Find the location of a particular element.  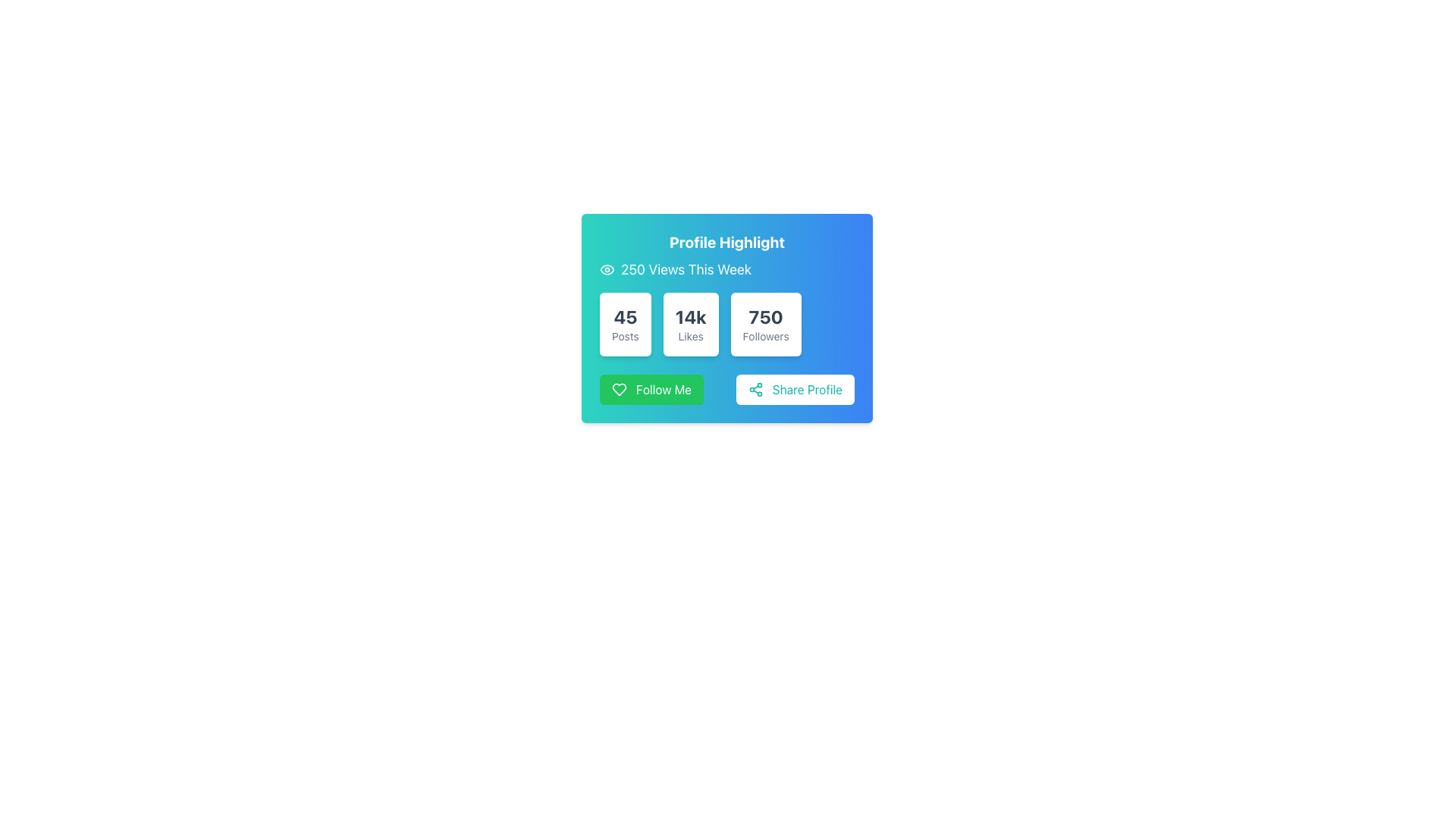

the visibility icon indicating the number of views on the profile, located in the upper section of the blue gradient card next to the text '250 Views This Week' is located at coordinates (607, 268).